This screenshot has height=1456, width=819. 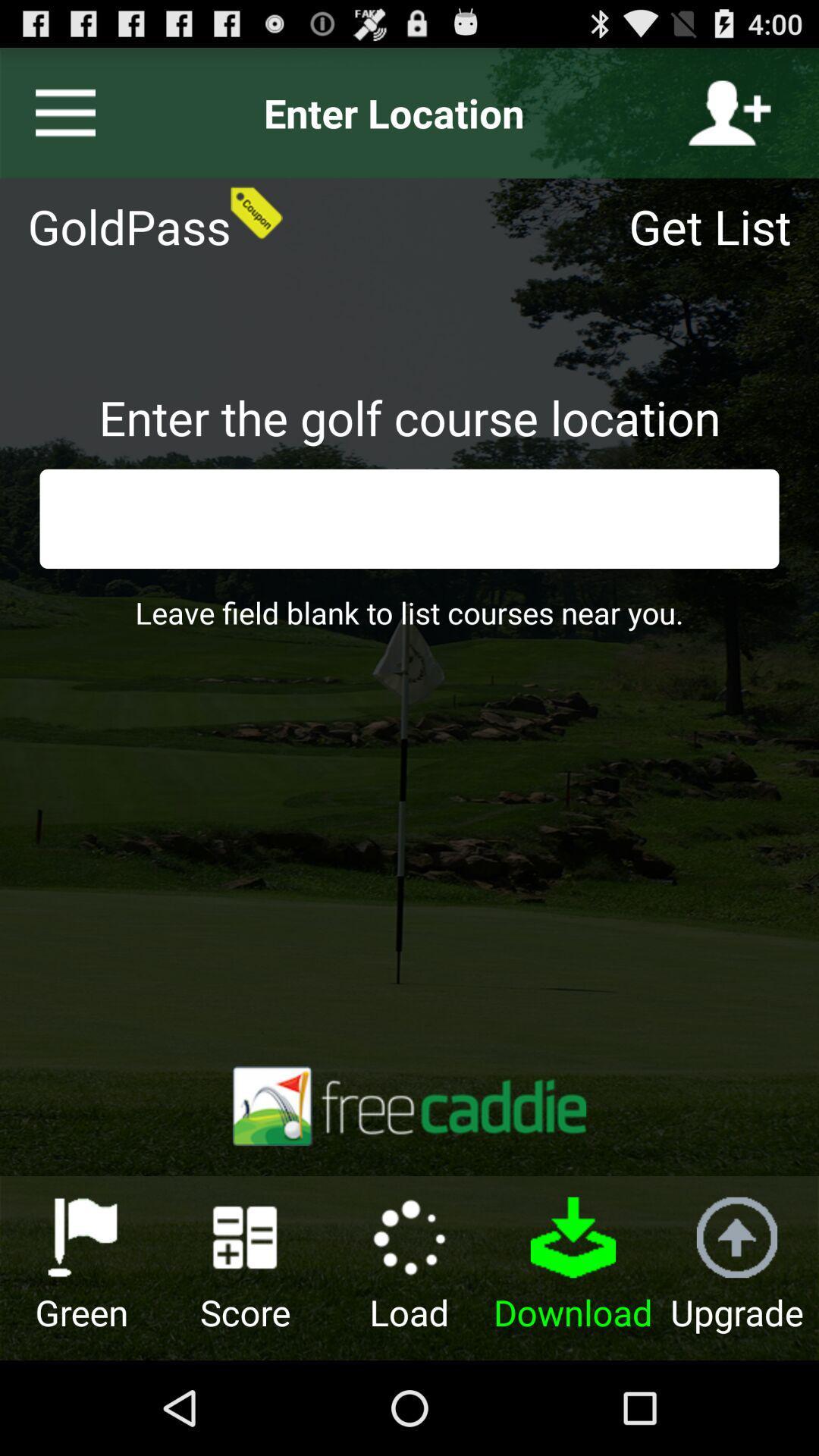 What do you see at coordinates (58, 112) in the screenshot?
I see `bookmark option` at bounding box center [58, 112].